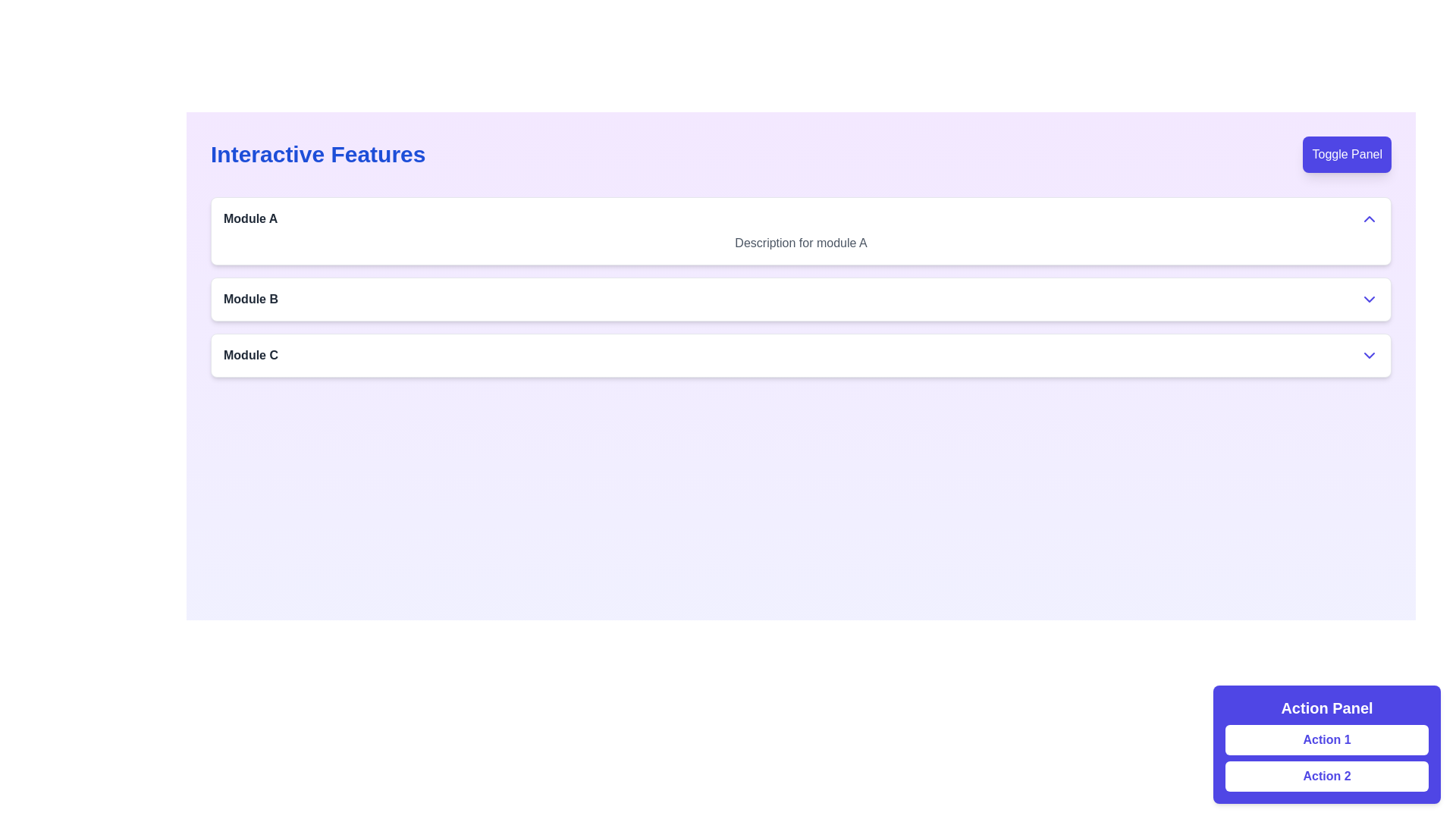 Image resolution: width=1456 pixels, height=819 pixels. Describe the element at coordinates (1369, 356) in the screenshot. I see `the indigo chevron icon button located to the right of the 'Module C' label` at that location.